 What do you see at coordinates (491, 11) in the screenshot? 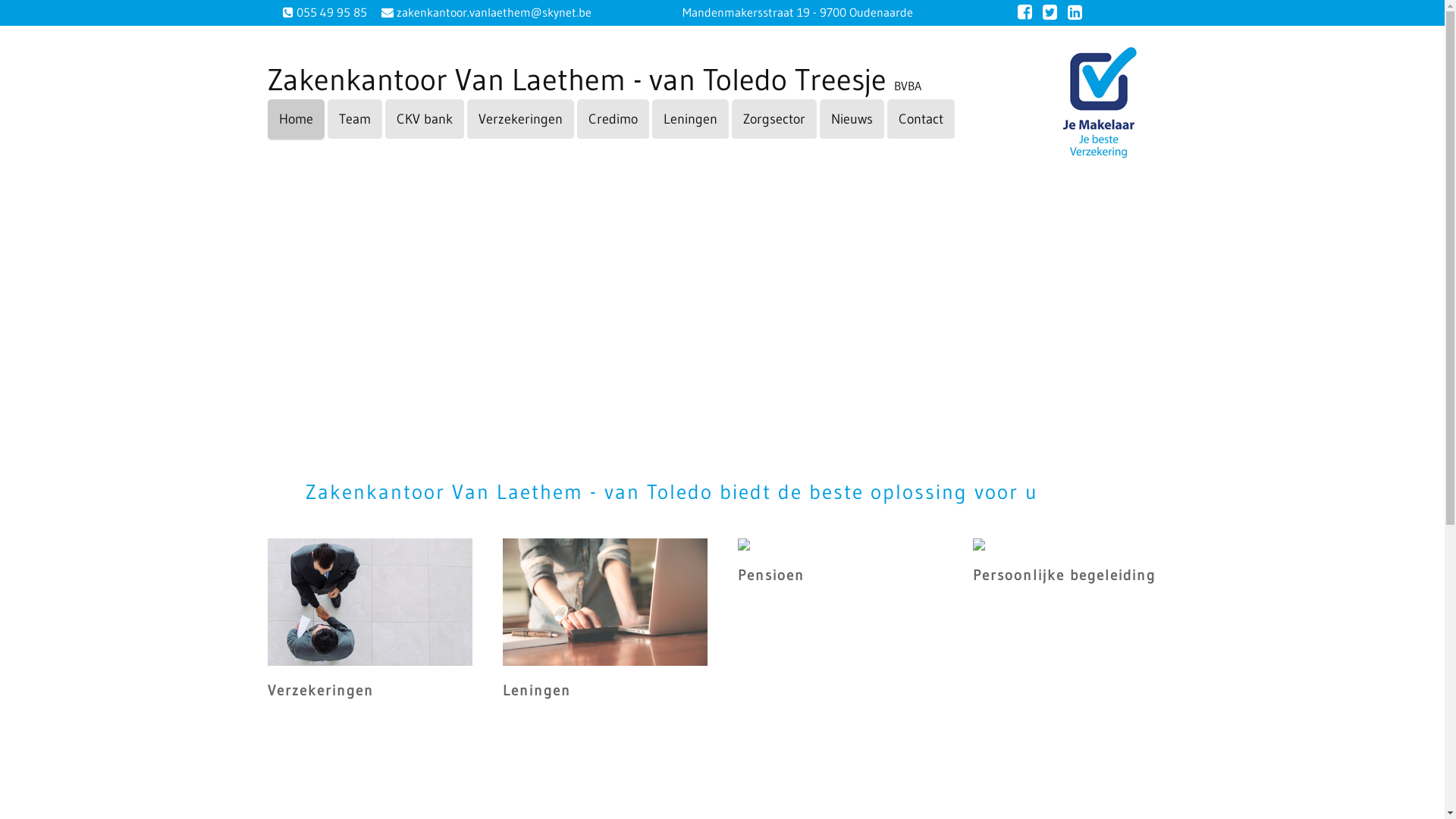
I see `'zakenkantoor.vanlaethem@skynet.be'` at bounding box center [491, 11].